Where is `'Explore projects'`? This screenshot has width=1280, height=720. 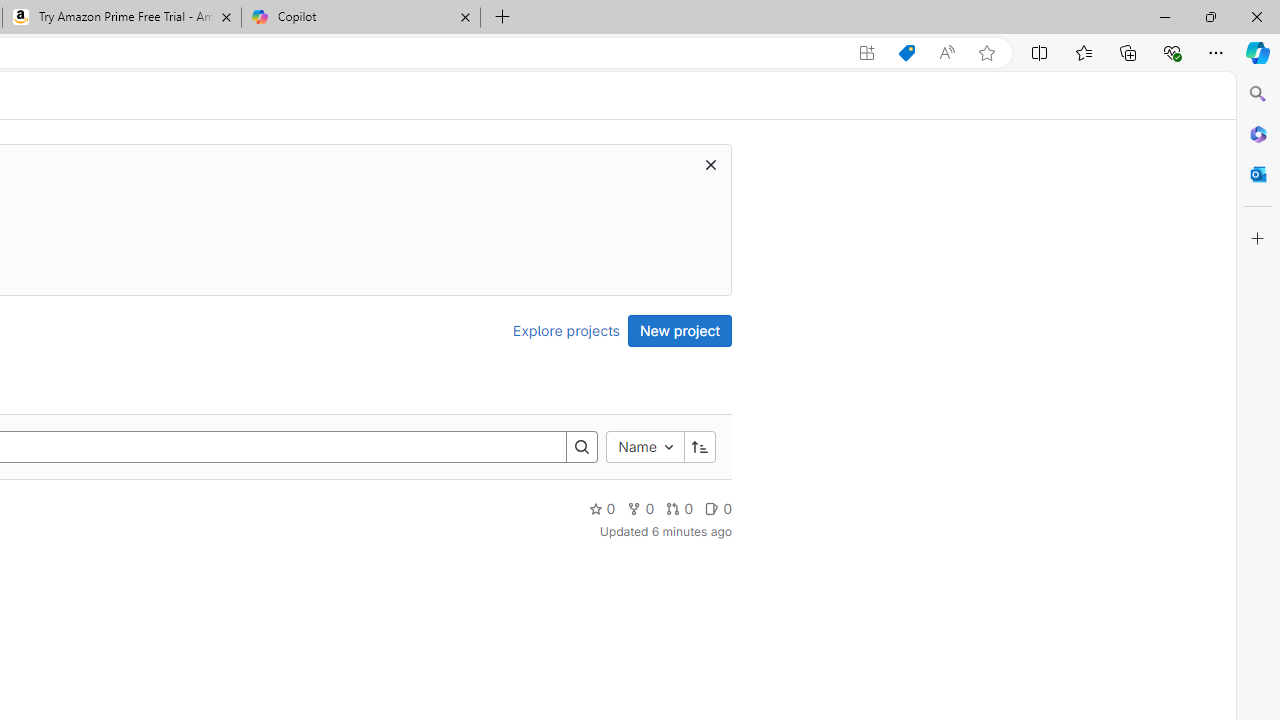
'Explore projects' is located at coordinates (564, 329).